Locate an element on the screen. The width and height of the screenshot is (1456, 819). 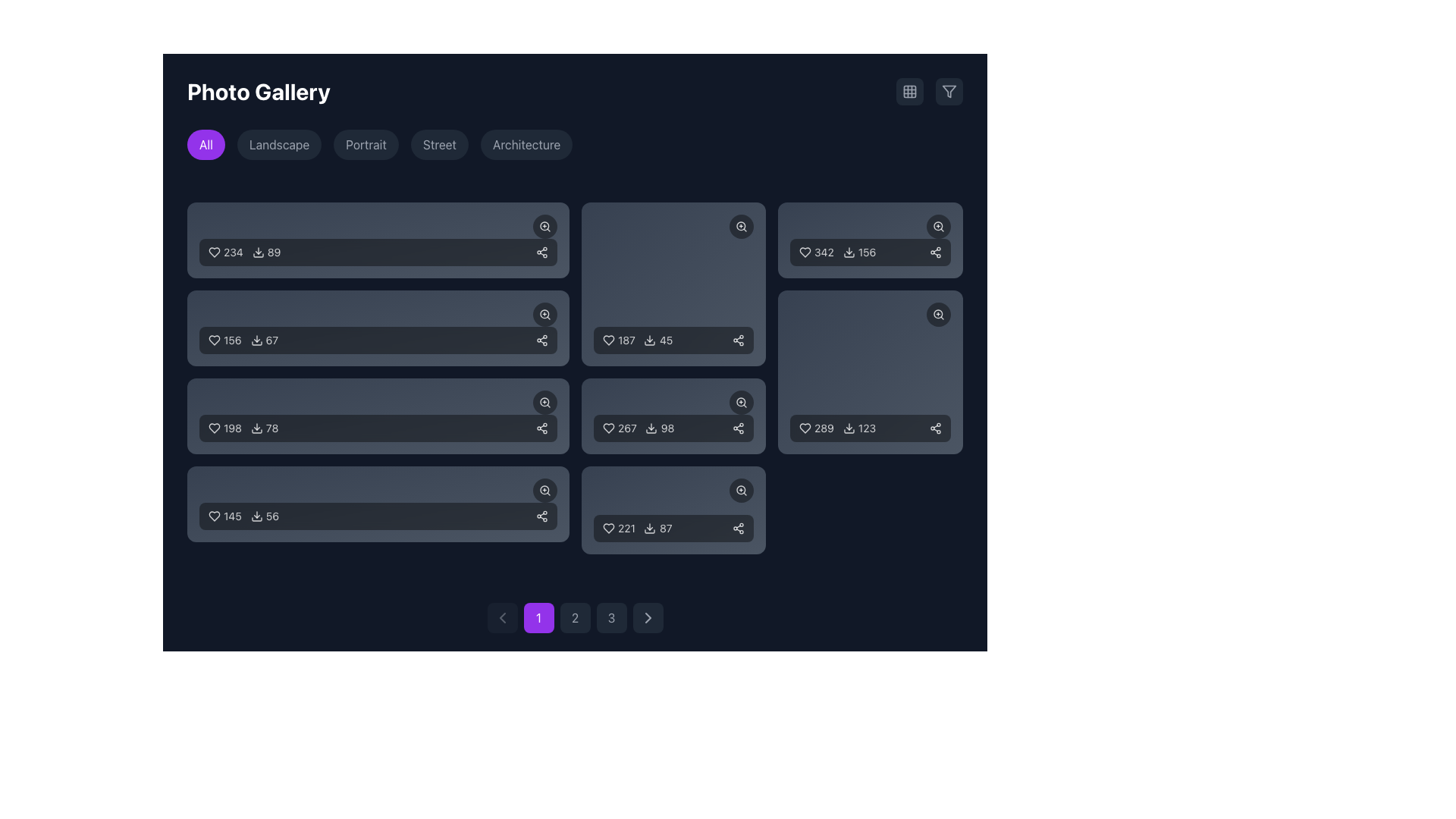
the magnifying glass icon with a plus sign inside, located at the right corner of the top-left card in the second row is located at coordinates (544, 227).